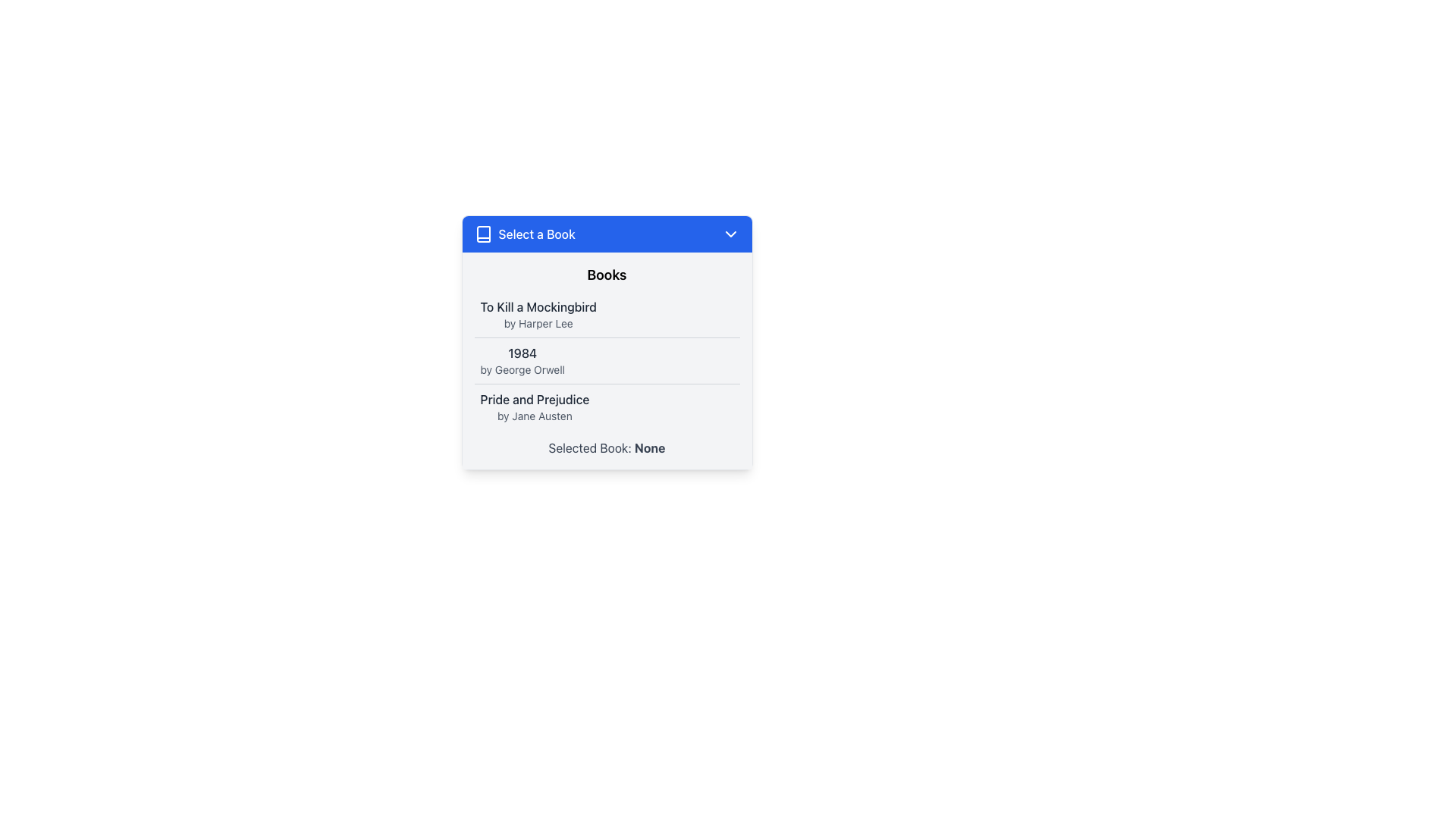  What do you see at coordinates (482, 234) in the screenshot?
I see `the book category icon located in the blue header section to the left of the 'Select a Book' text` at bounding box center [482, 234].